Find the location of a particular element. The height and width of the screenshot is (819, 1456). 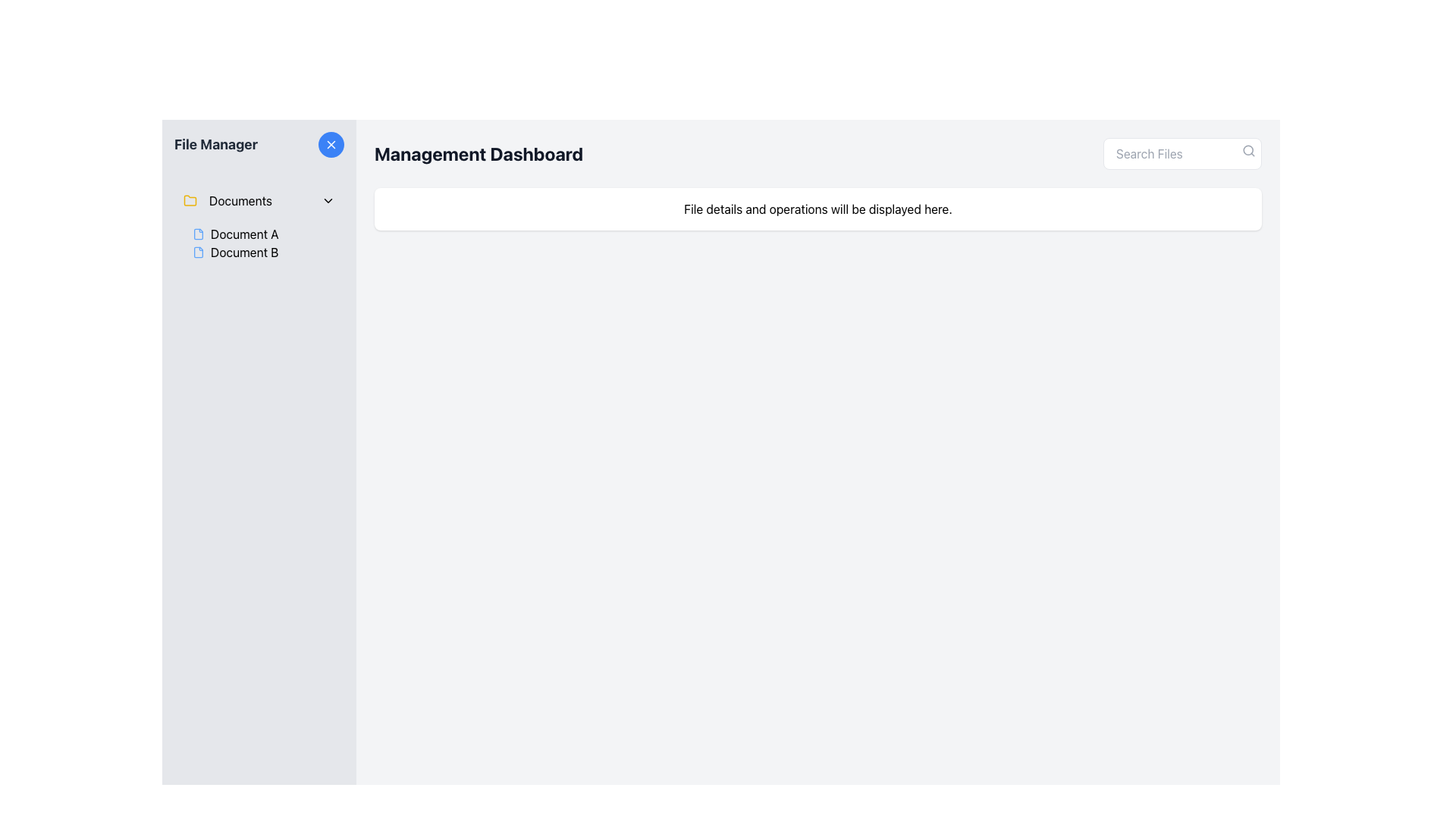

the informational text box that contains the text 'File details and operations will be displayed here.' located below the 'Management Dashboard' heading is located at coordinates (817, 209).